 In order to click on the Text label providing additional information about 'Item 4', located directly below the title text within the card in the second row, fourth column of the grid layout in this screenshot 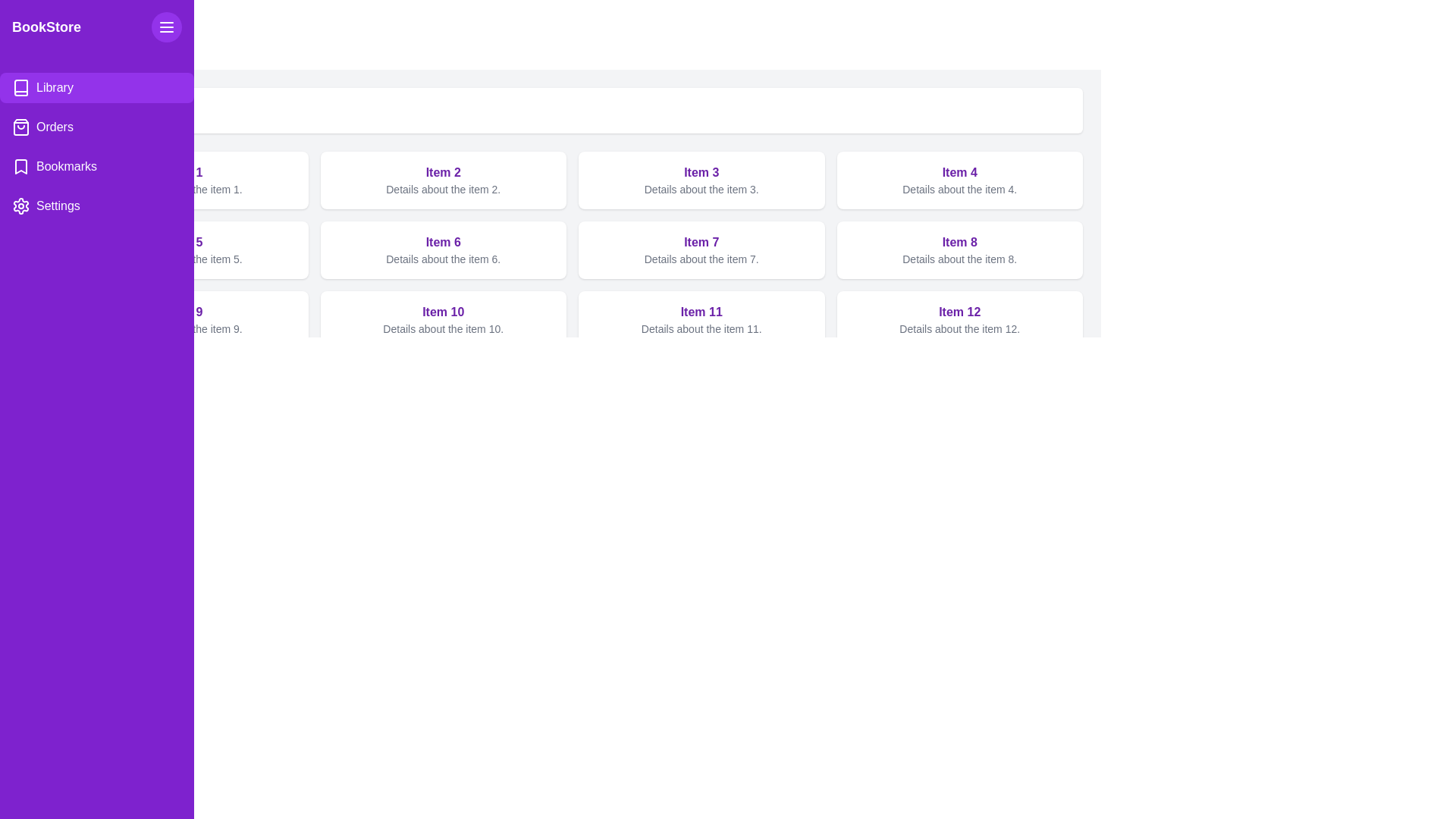, I will do `click(959, 189)`.